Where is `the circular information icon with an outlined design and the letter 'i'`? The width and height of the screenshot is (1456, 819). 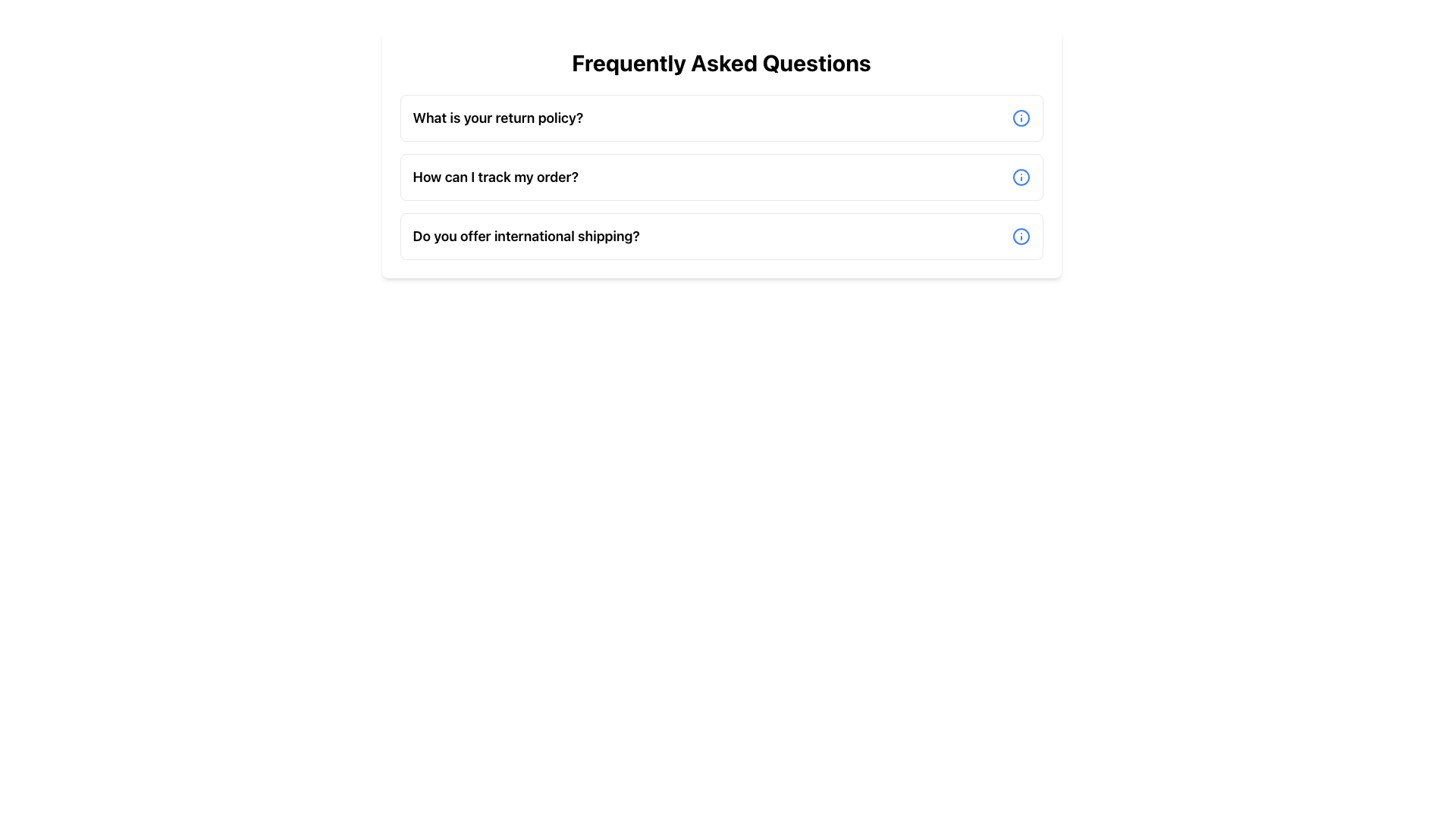 the circular information icon with an outlined design and the letter 'i' is located at coordinates (1021, 117).